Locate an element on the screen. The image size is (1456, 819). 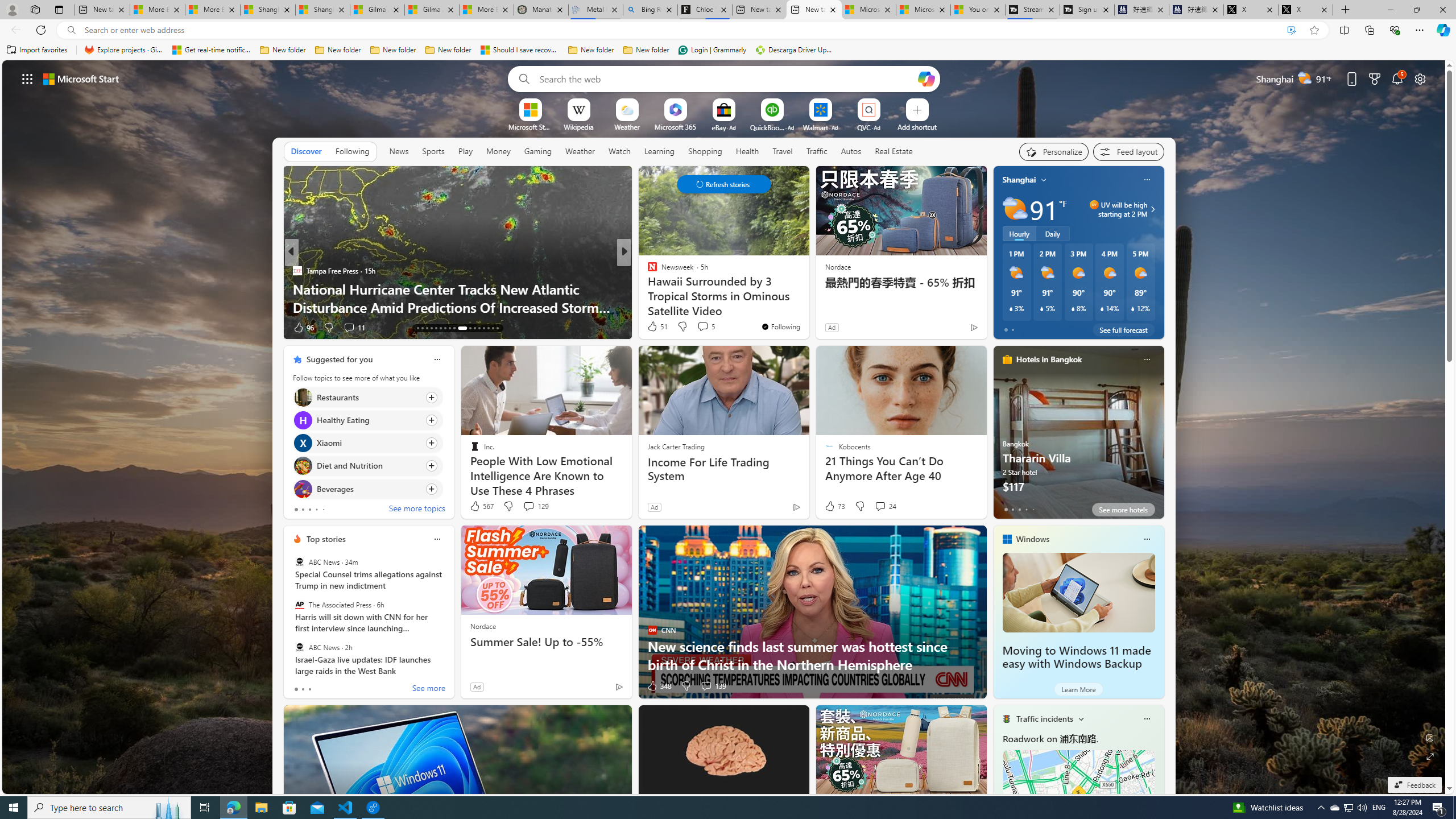
'AutomationID: tab-23' is located at coordinates (445, 328).